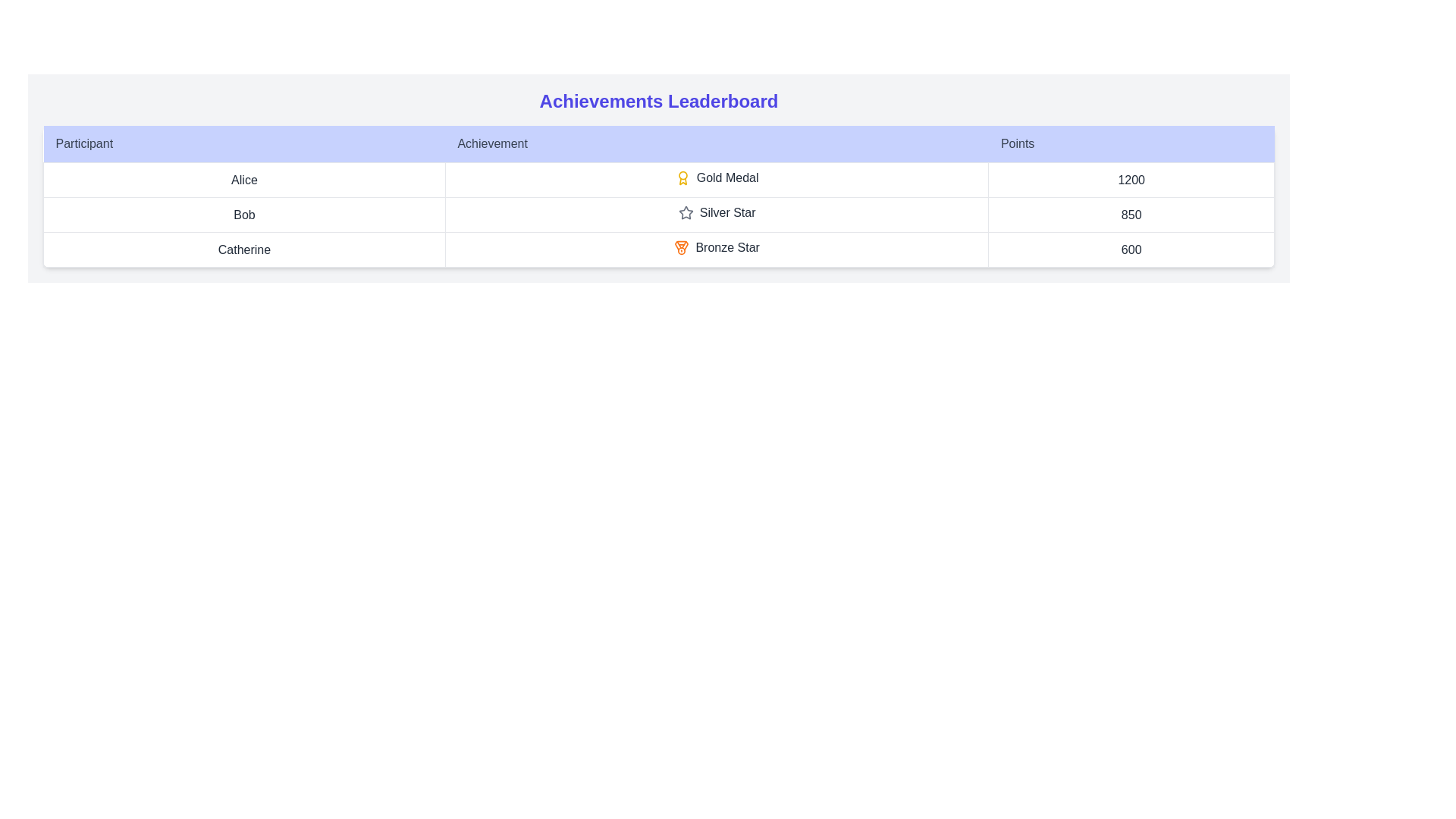 The image size is (1456, 819). Describe the element at coordinates (716, 179) in the screenshot. I see `the text label 'Gold Medal' which is styled with a bold gray font and centered alignment, located in the second column of the first row under the 'Achievements' header in the leaderboard table` at that location.